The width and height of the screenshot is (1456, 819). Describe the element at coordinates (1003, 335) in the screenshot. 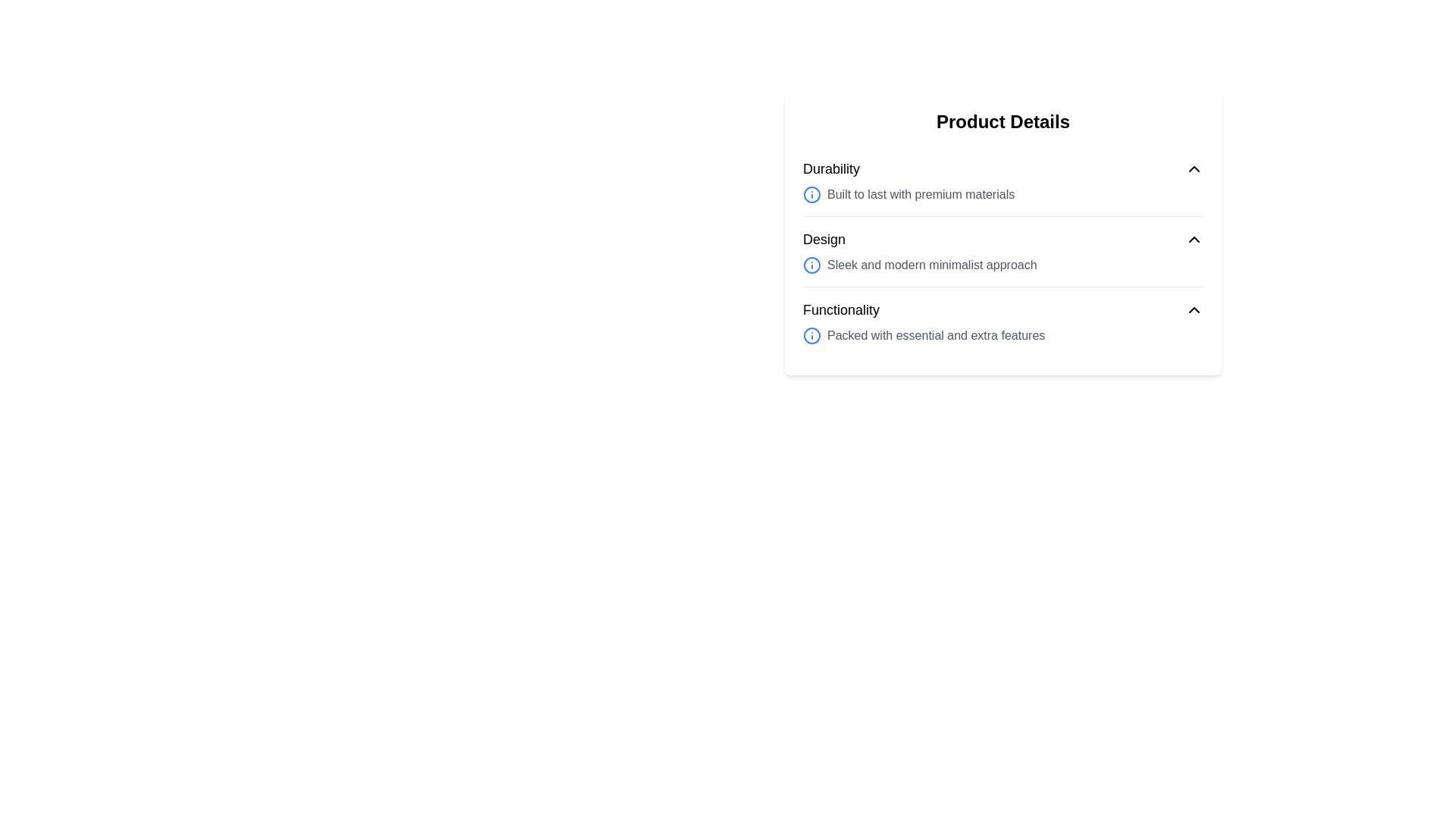

I see `the Text Label that reads 'Packed with essential and extra features' located under the 'Functionality' section, next to the blue circled 'i' icon` at that location.